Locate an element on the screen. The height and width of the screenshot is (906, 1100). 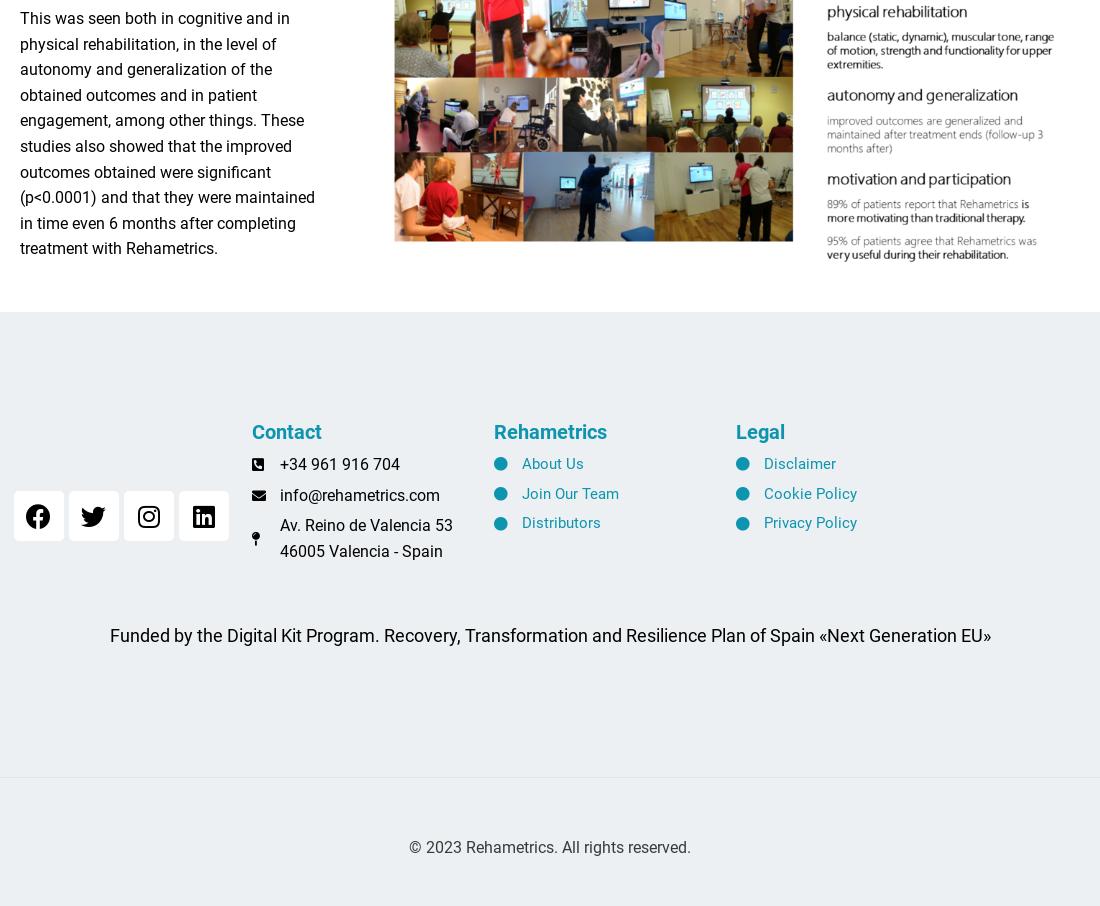
'Contact' is located at coordinates (285, 441).